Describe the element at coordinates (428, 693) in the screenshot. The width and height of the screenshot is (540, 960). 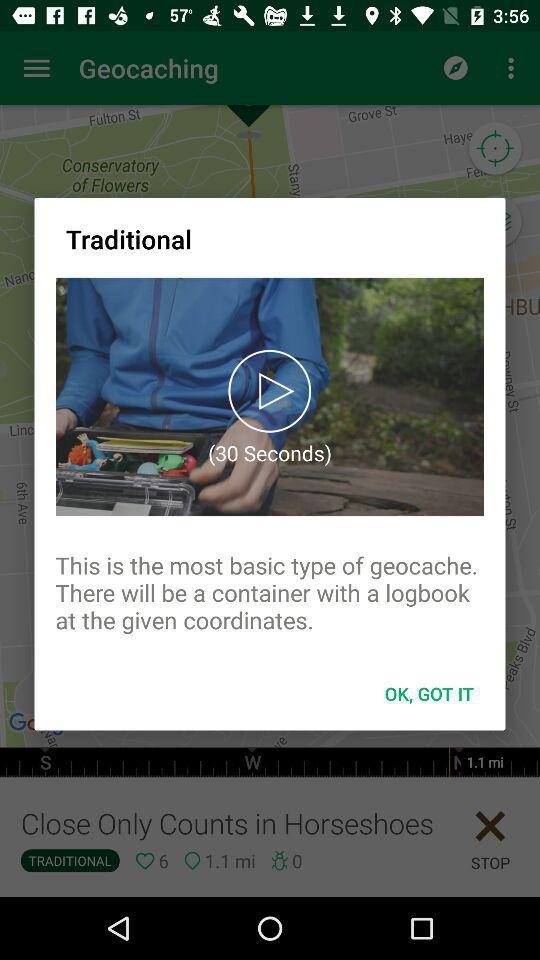
I see `item below the this is the item` at that location.